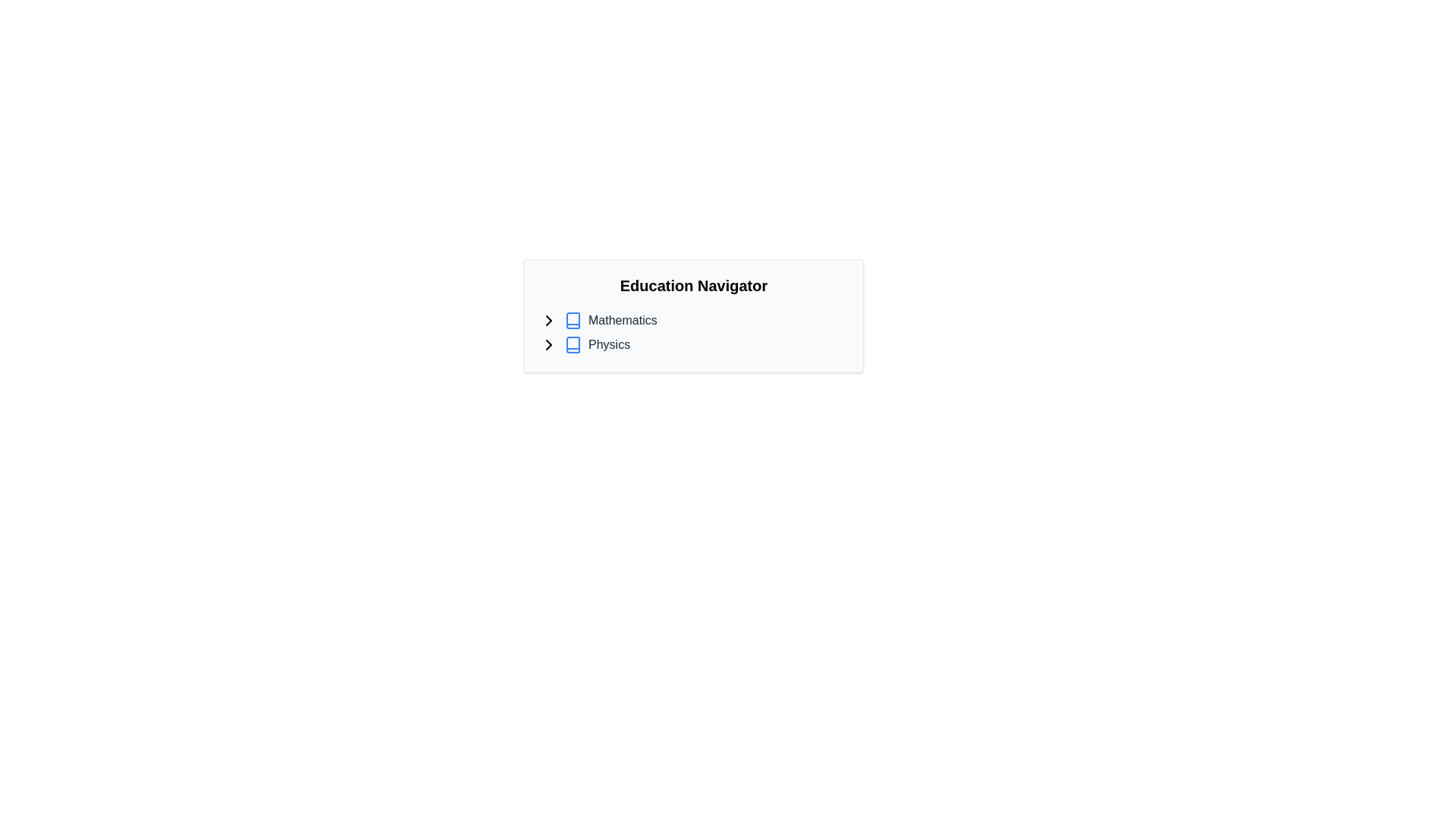 This screenshot has height=819, width=1456. I want to click on the blue outlined open book icon associated with the 'Physics' category in the 'Education Navigator' panel, so click(572, 345).